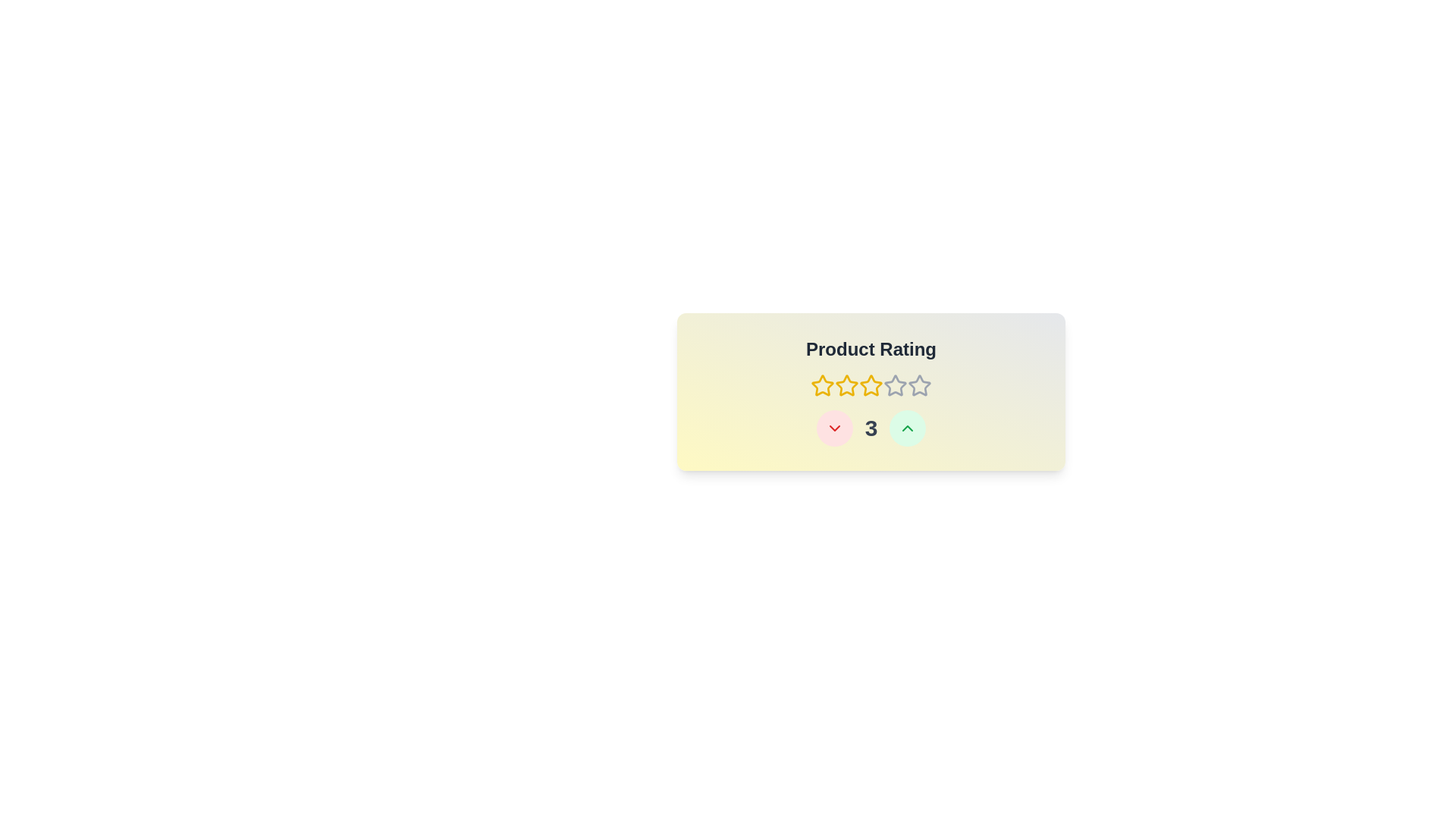 Image resolution: width=1456 pixels, height=819 pixels. I want to click on the text label displaying the numerical value '3' which is styled with a large font size and bold appearance, located centrally within a product rating component card, so click(871, 428).